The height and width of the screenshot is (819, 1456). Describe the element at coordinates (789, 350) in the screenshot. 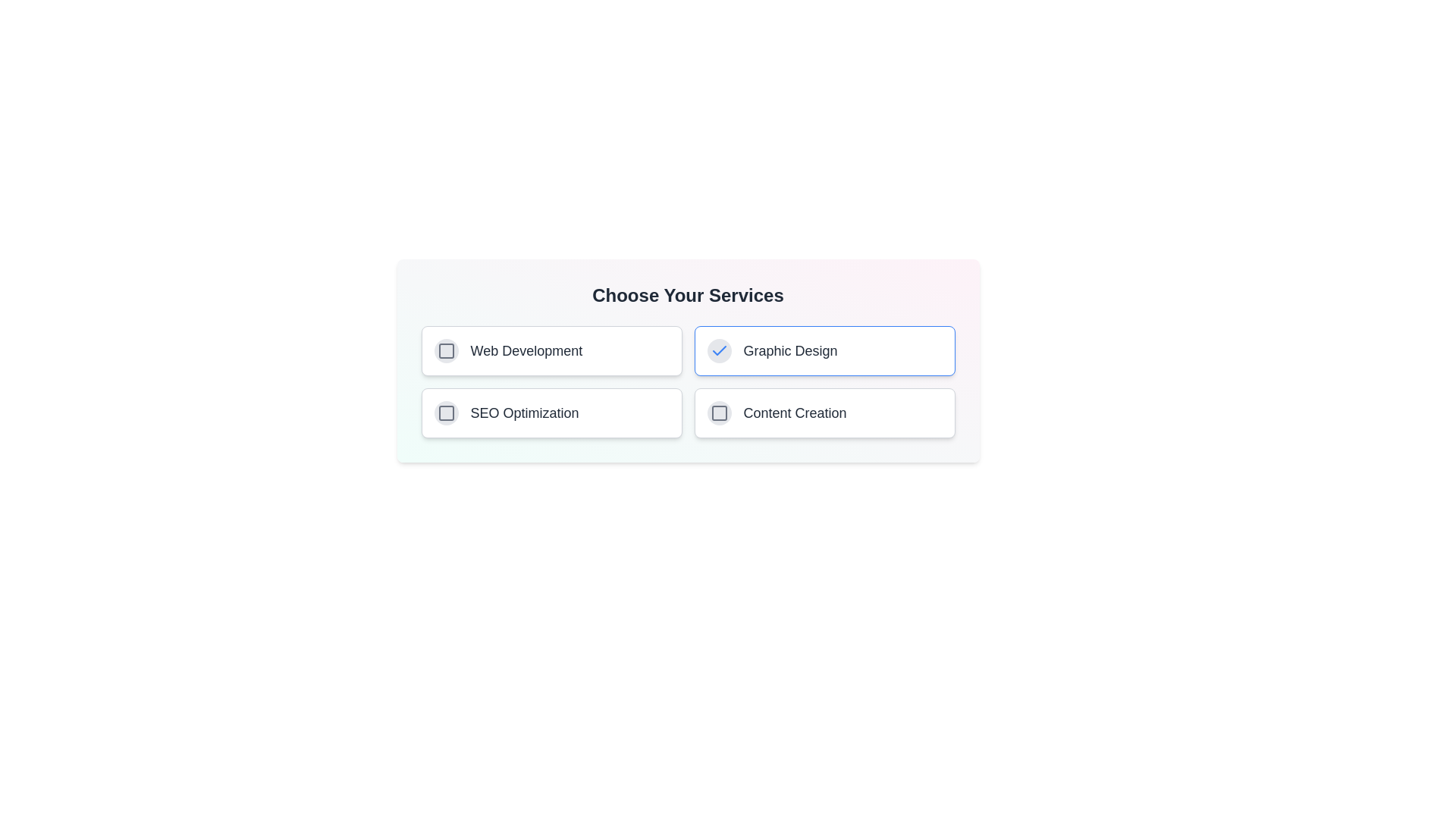

I see `the service labeled Graphic Design` at that location.